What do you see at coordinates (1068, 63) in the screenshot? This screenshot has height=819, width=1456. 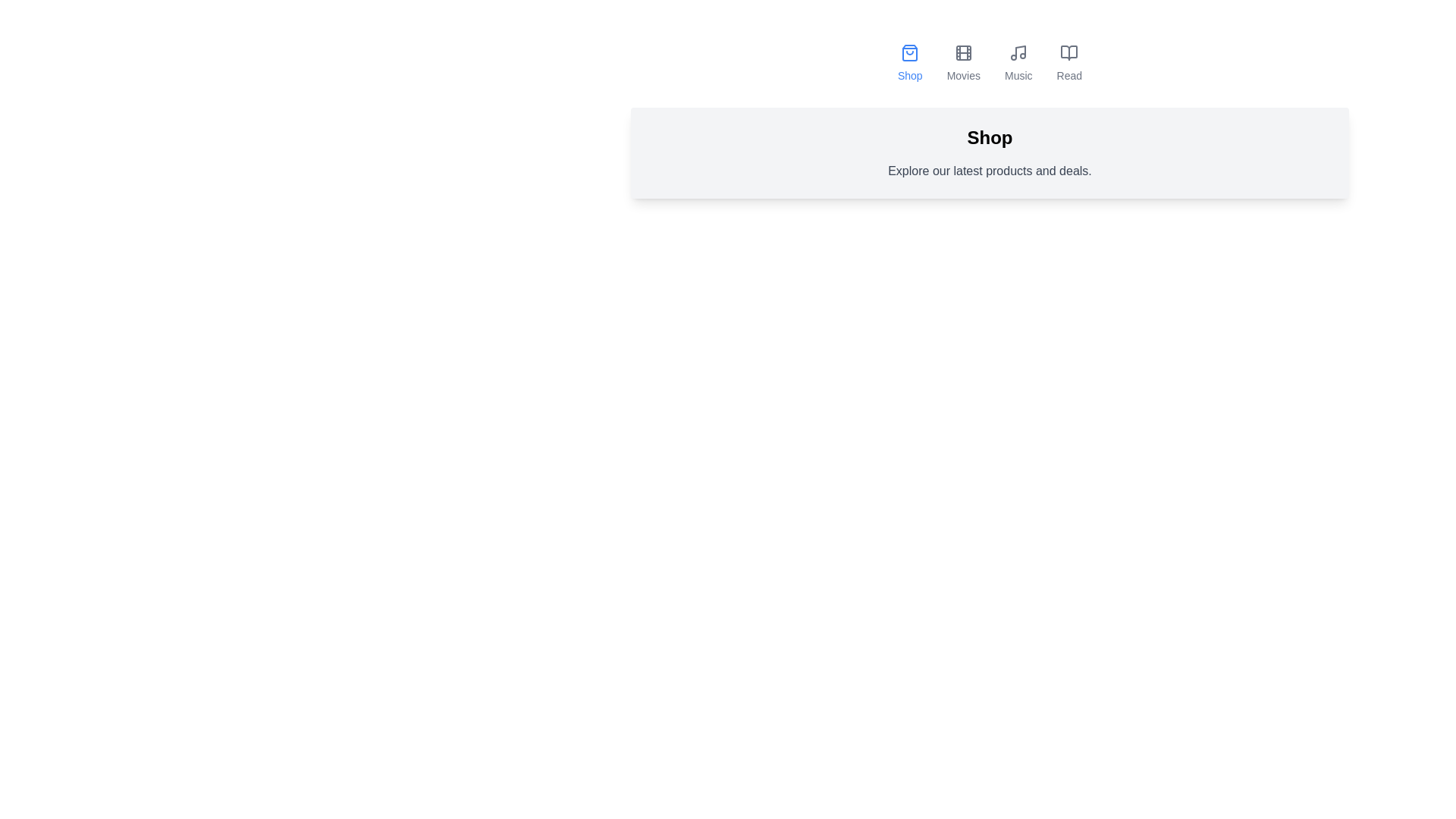 I see `the tab labeled Read to display its content` at bounding box center [1068, 63].